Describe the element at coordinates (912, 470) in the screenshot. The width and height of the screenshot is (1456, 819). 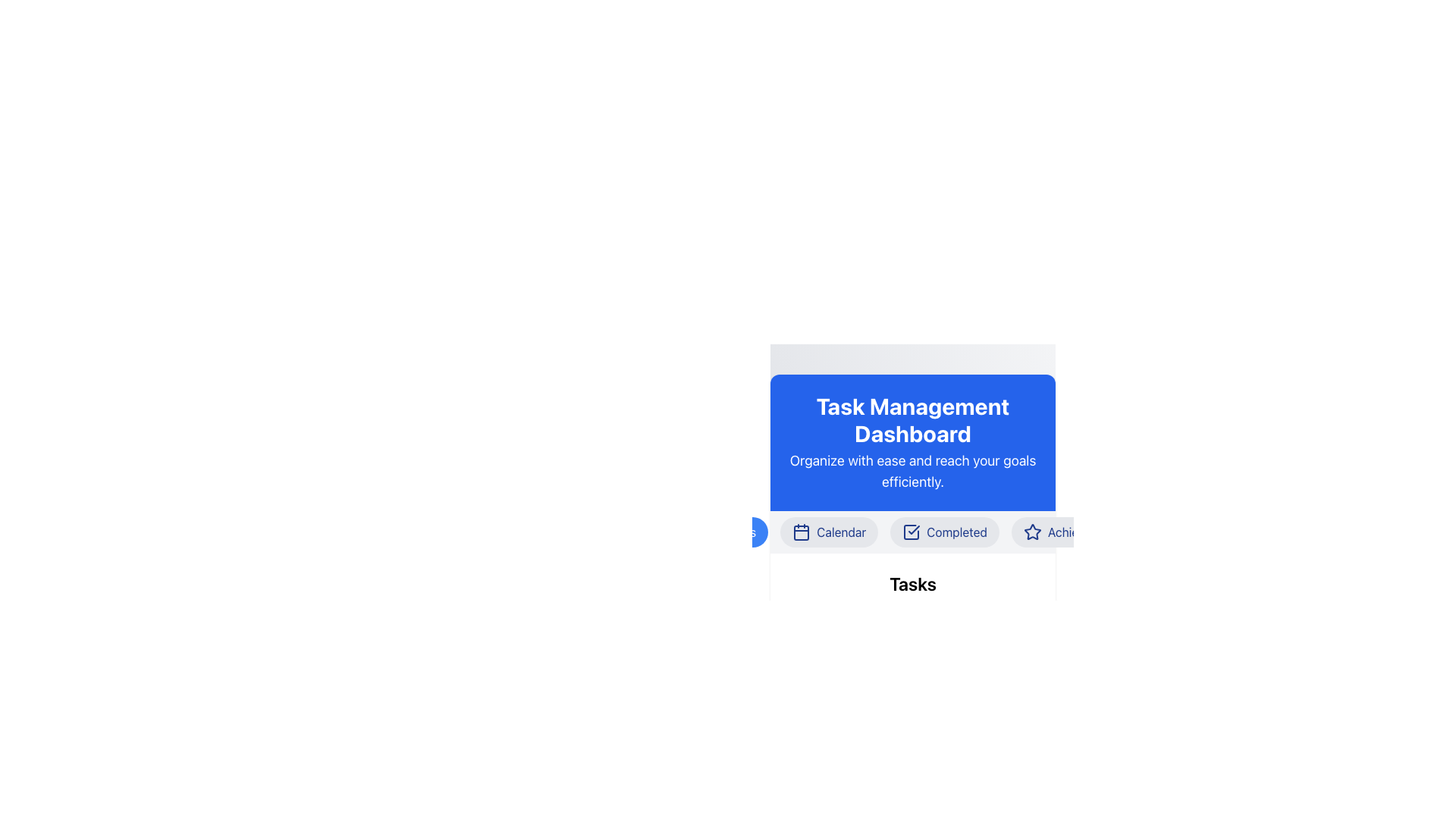
I see `the text block that contains the message 'Organize with ease and reach your goals efficiently.' which is styled in white font against a blue background and located below the title 'Task Management Dashboard.'` at that location.